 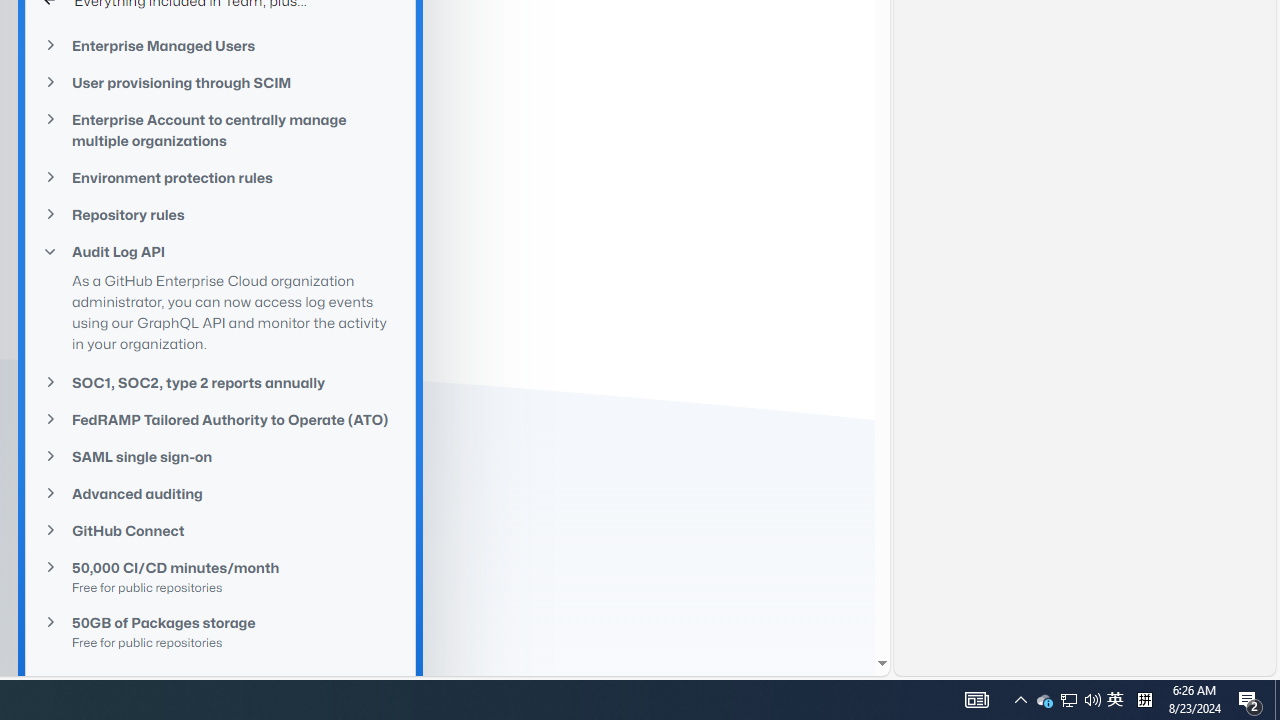 I want to click on 'Enterprise Managed Users', so click(x=220, y=45).